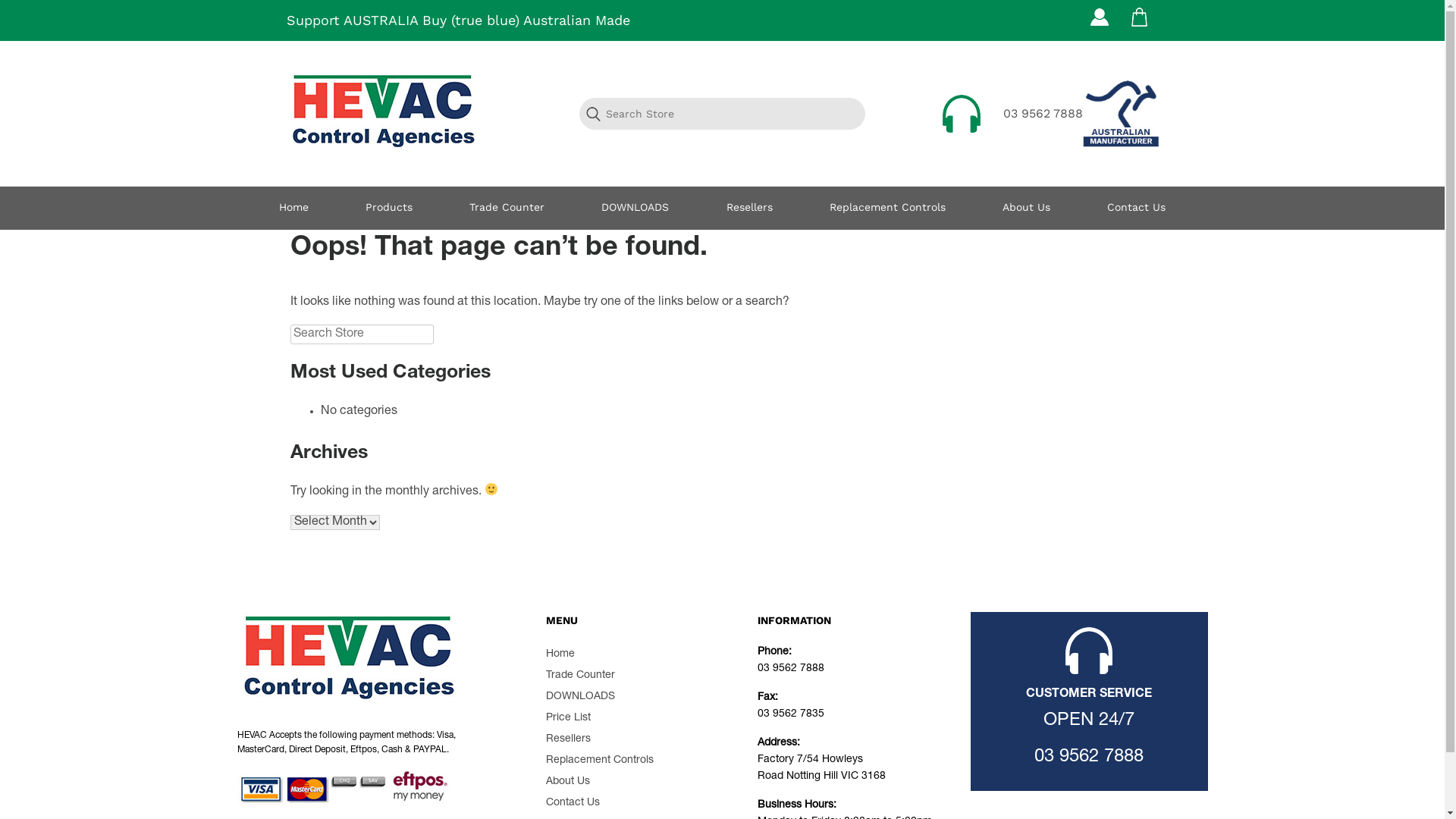 The width and height of the screenshot is (1456, 819). I want to click on 'Resellers', so click(749, 208).